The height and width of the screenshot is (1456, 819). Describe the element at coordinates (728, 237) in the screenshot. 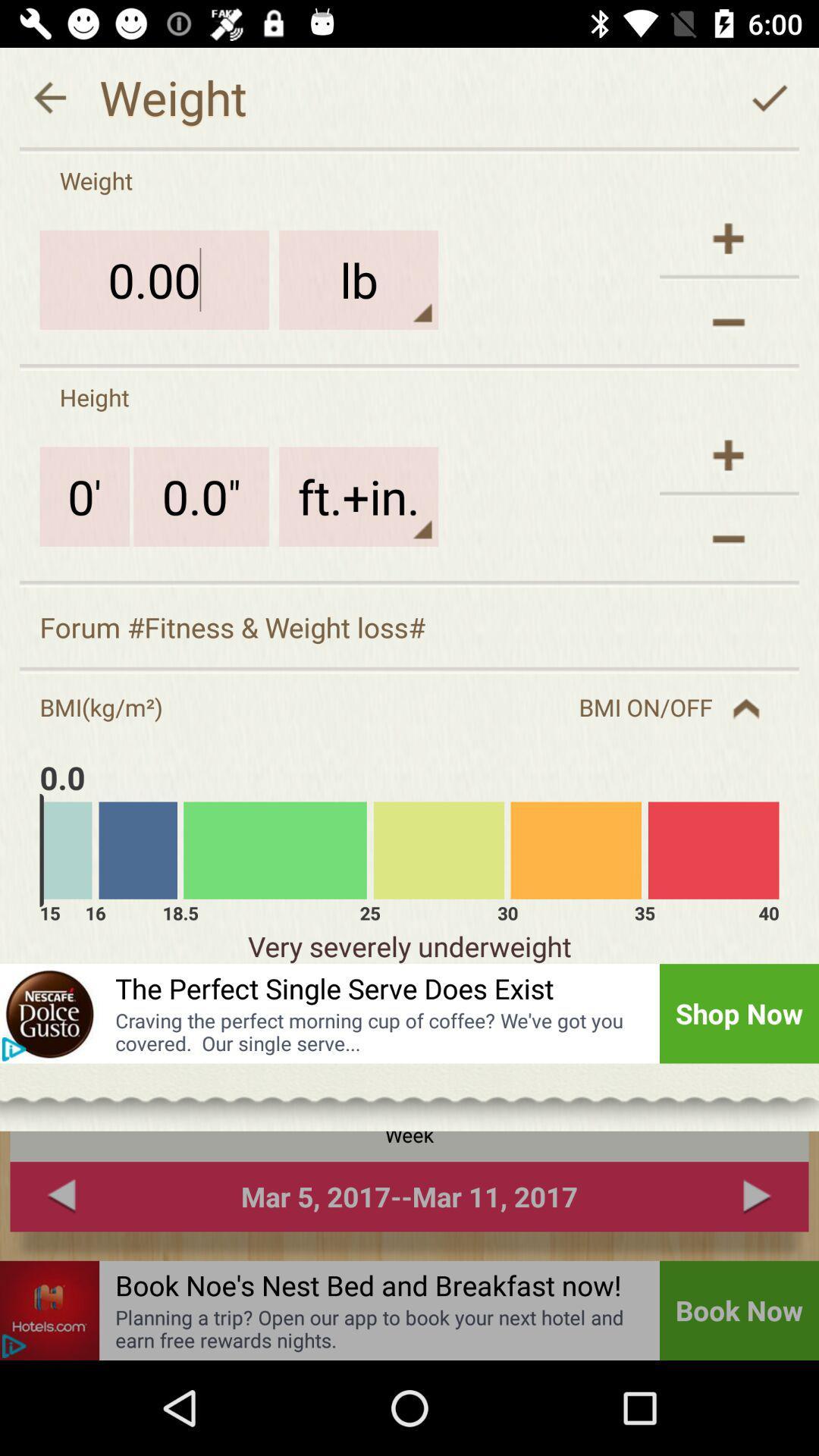

I see `the add icon` at that location.